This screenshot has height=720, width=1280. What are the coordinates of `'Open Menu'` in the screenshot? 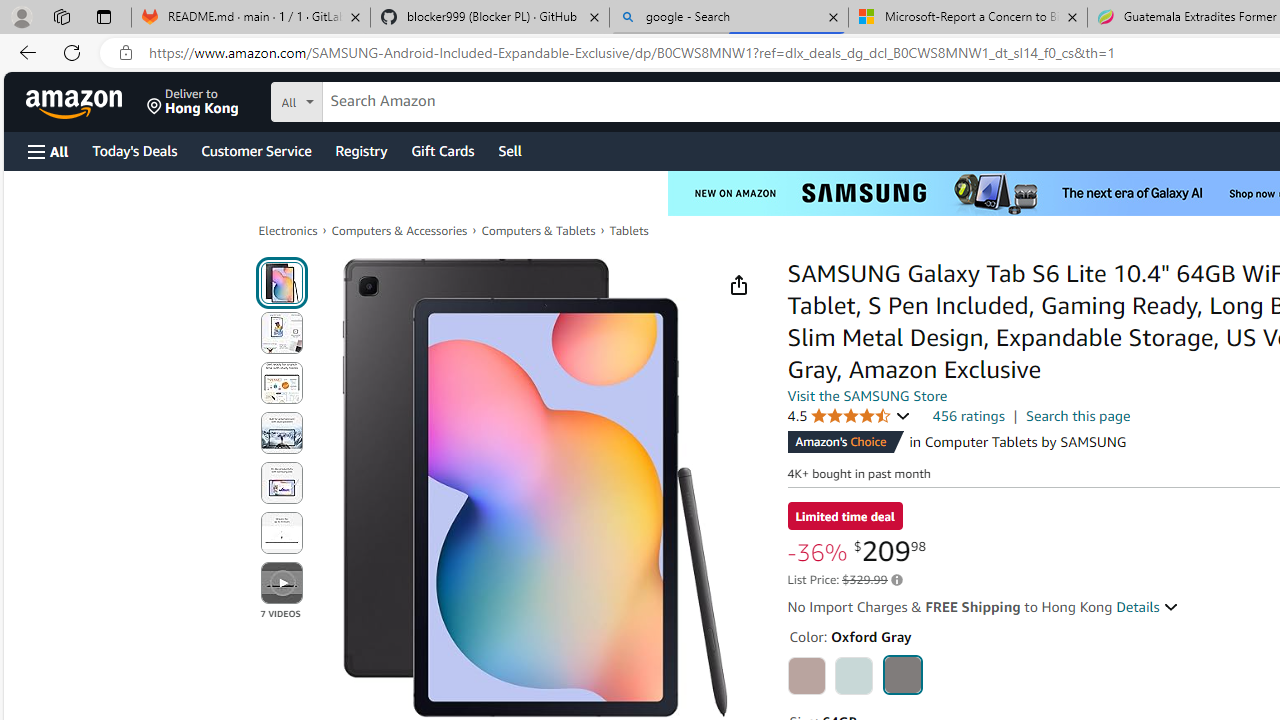 It's located at (48, 150).